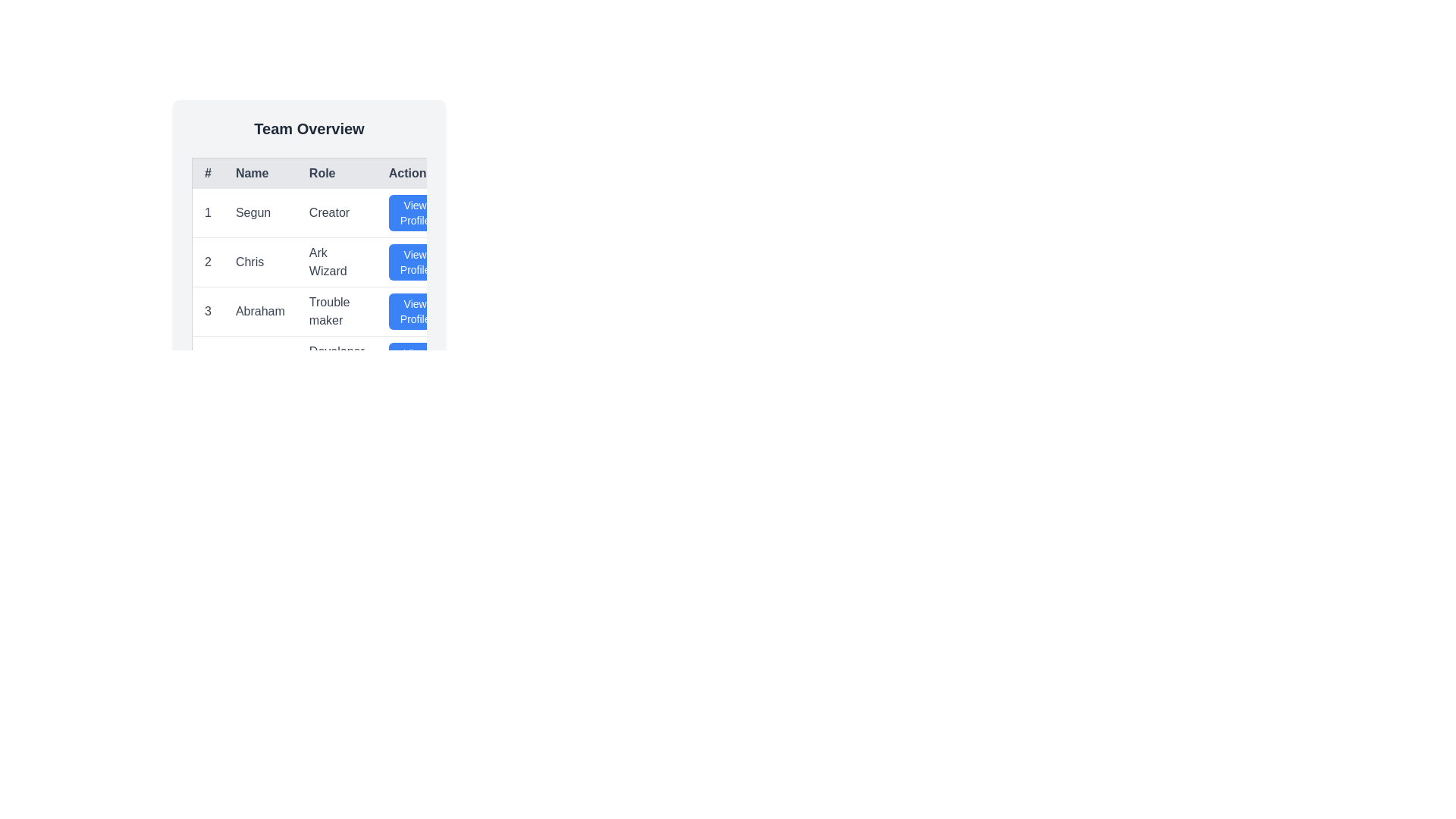 Image resolution: width=1456 pixels, height=819 pixels. What do you see at coordinates (329, 172) in the screenshot?
I see `the table header row that contains the cells labeled '#', 'Name', 'Role', and 'Actions', which has a light gray background and bold dark text, positioned directly beneath the 'Team Overview' title` at bounding box center [329, 172].